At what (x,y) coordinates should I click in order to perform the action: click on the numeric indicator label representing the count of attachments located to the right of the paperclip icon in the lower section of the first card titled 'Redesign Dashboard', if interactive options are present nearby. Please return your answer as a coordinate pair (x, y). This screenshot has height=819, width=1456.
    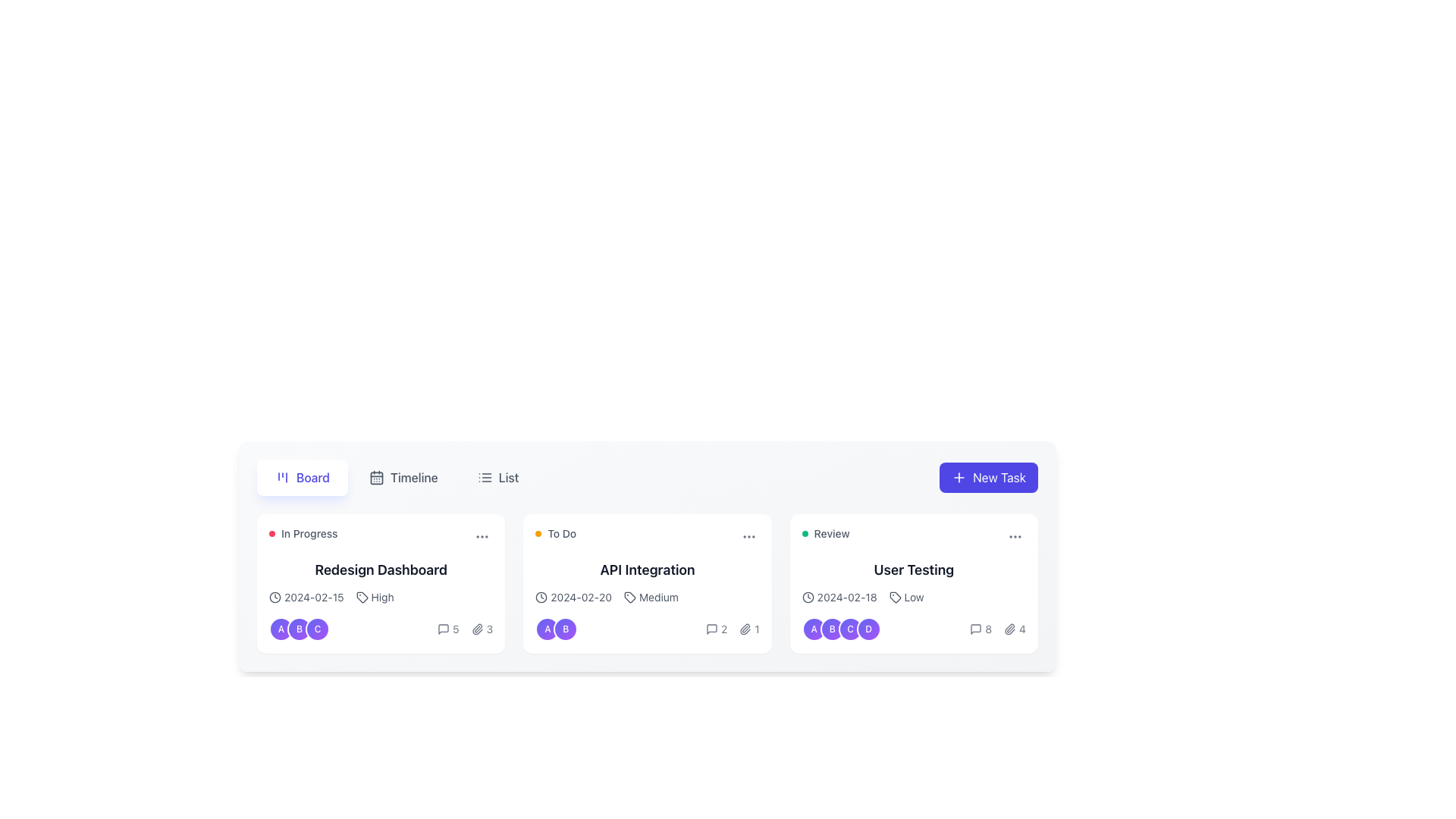
    Looking at the image, I should click on (464, 629).